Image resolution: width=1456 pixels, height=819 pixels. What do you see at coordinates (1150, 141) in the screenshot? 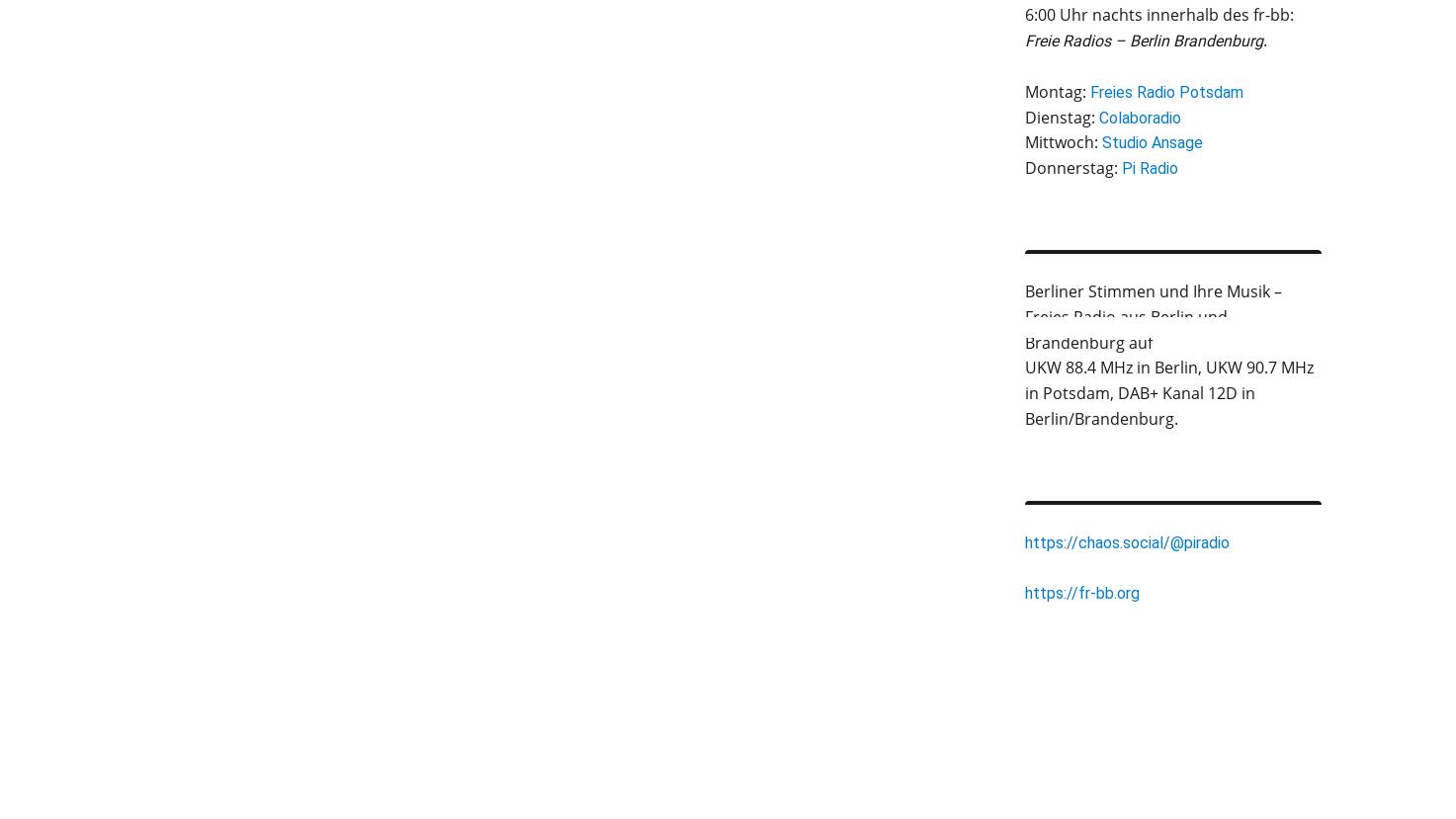
I see `'Studio Ansage'` at bounding box center [1150, 141].